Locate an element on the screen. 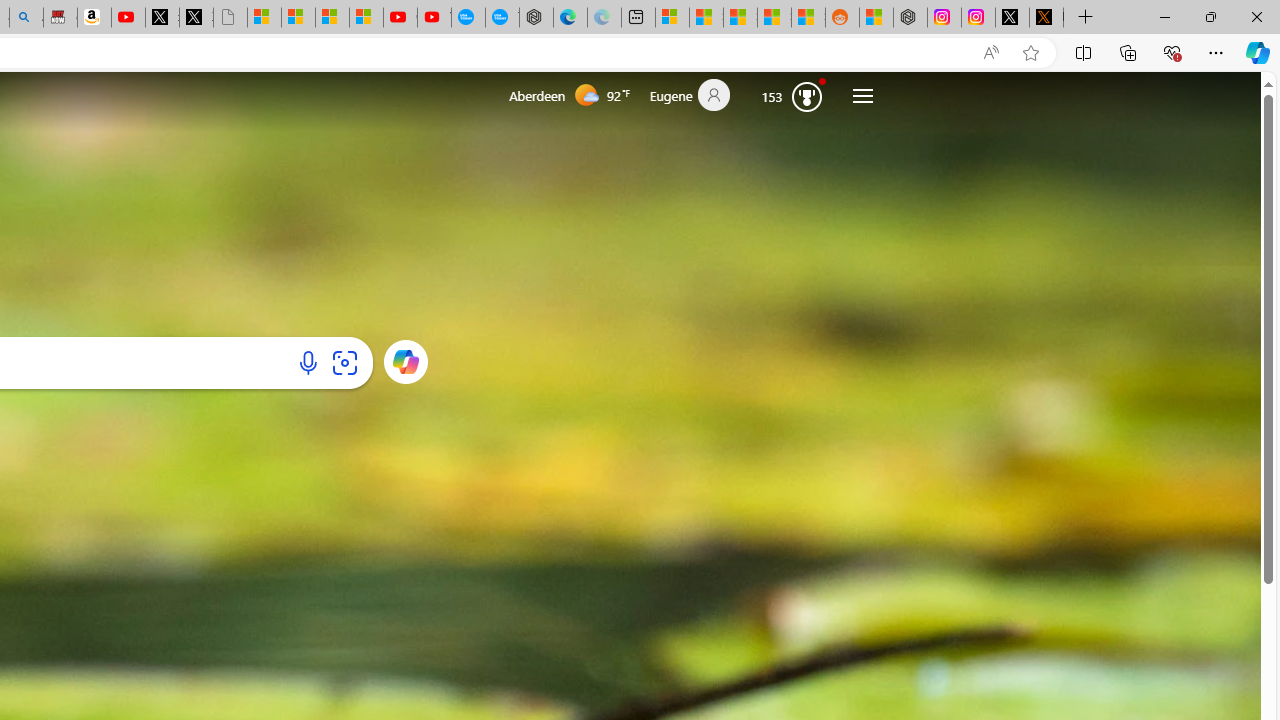 The image size is (1280, 720). 'Search using an image' is located at coordinates (344, 362).